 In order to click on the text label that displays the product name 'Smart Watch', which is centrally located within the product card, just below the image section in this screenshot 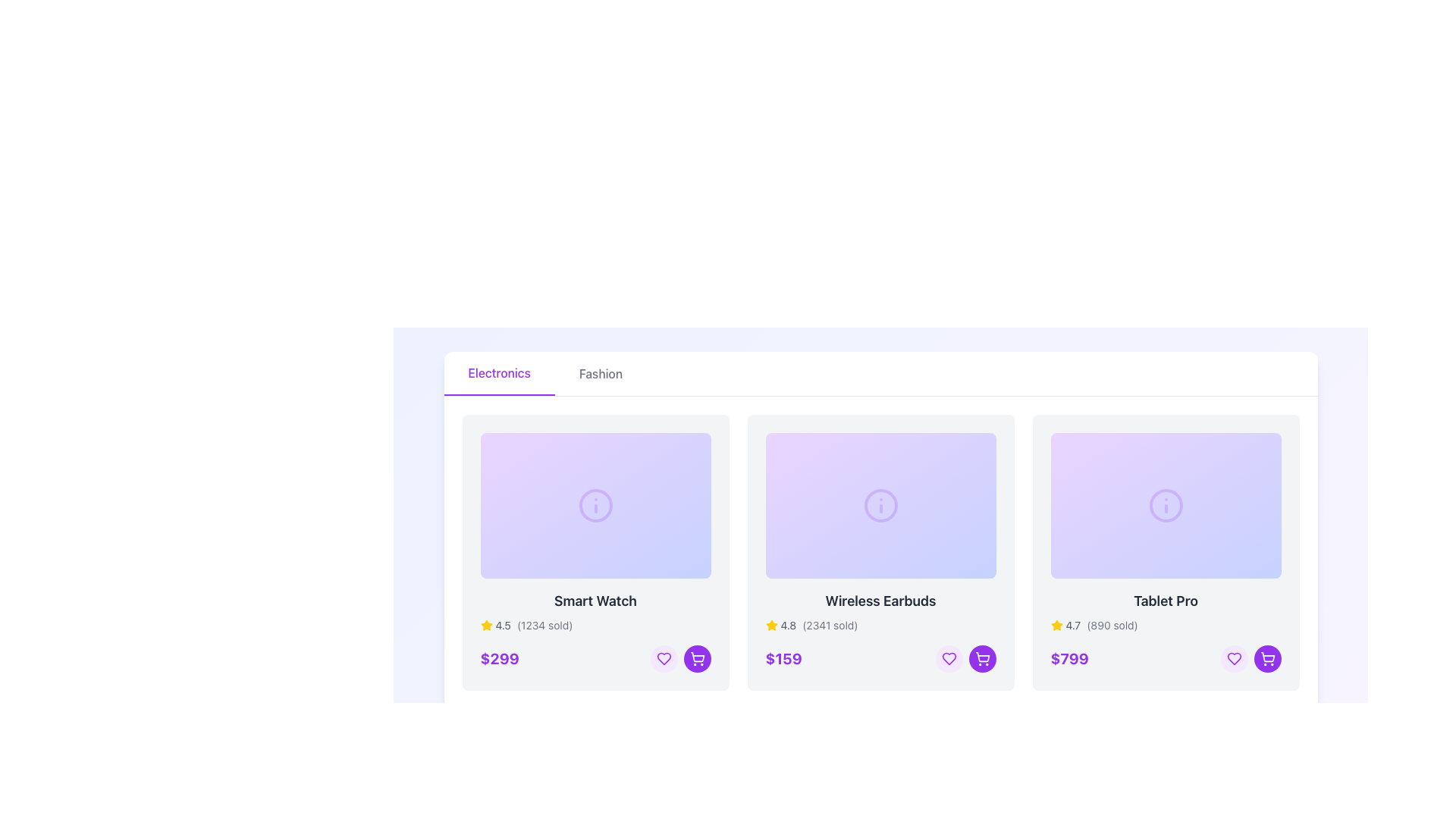, I will do `click(595, 601)`.